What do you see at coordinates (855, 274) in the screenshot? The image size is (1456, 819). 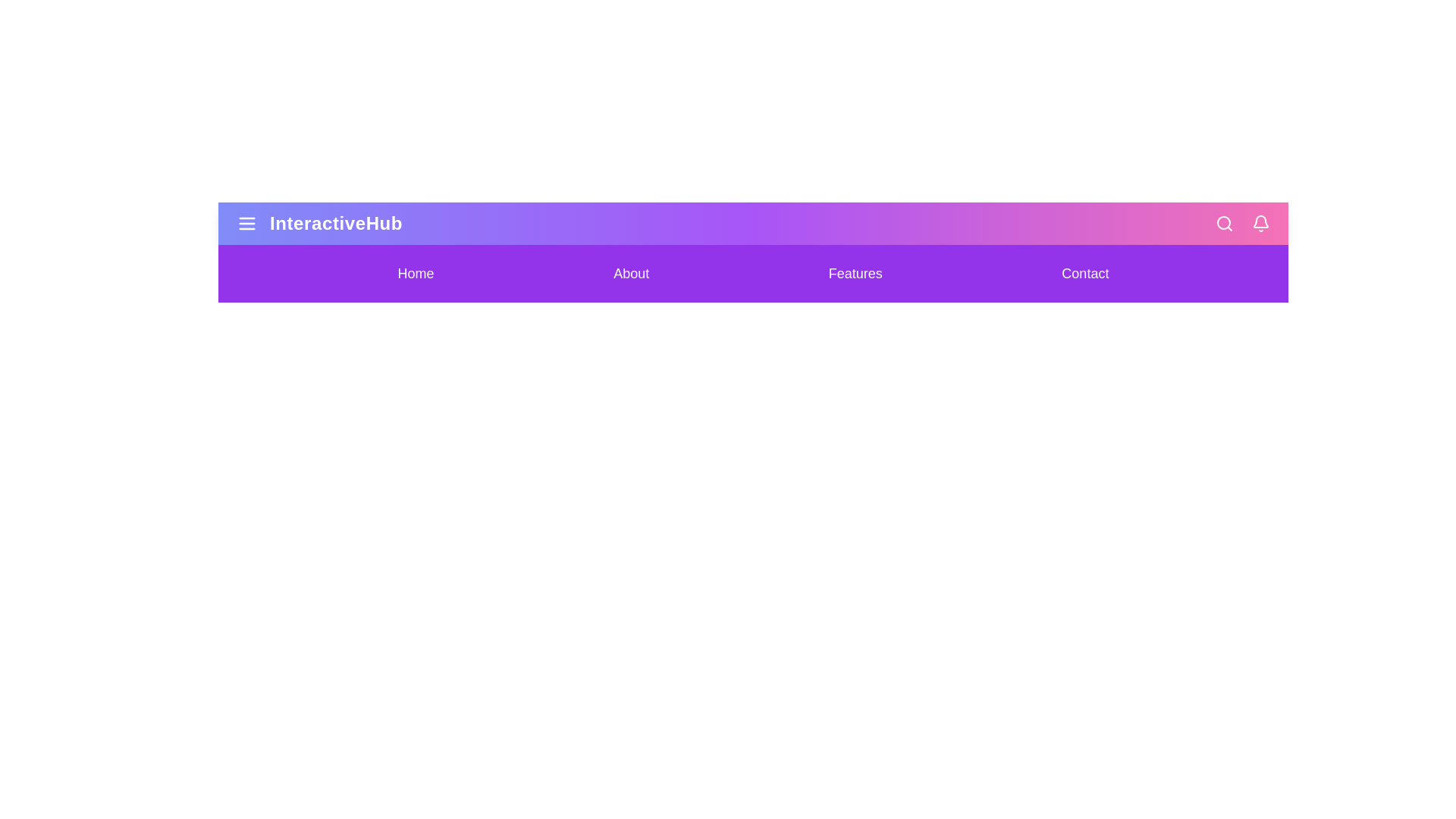 I see `the navigation menu item Features` at bounding box center [855, 274].